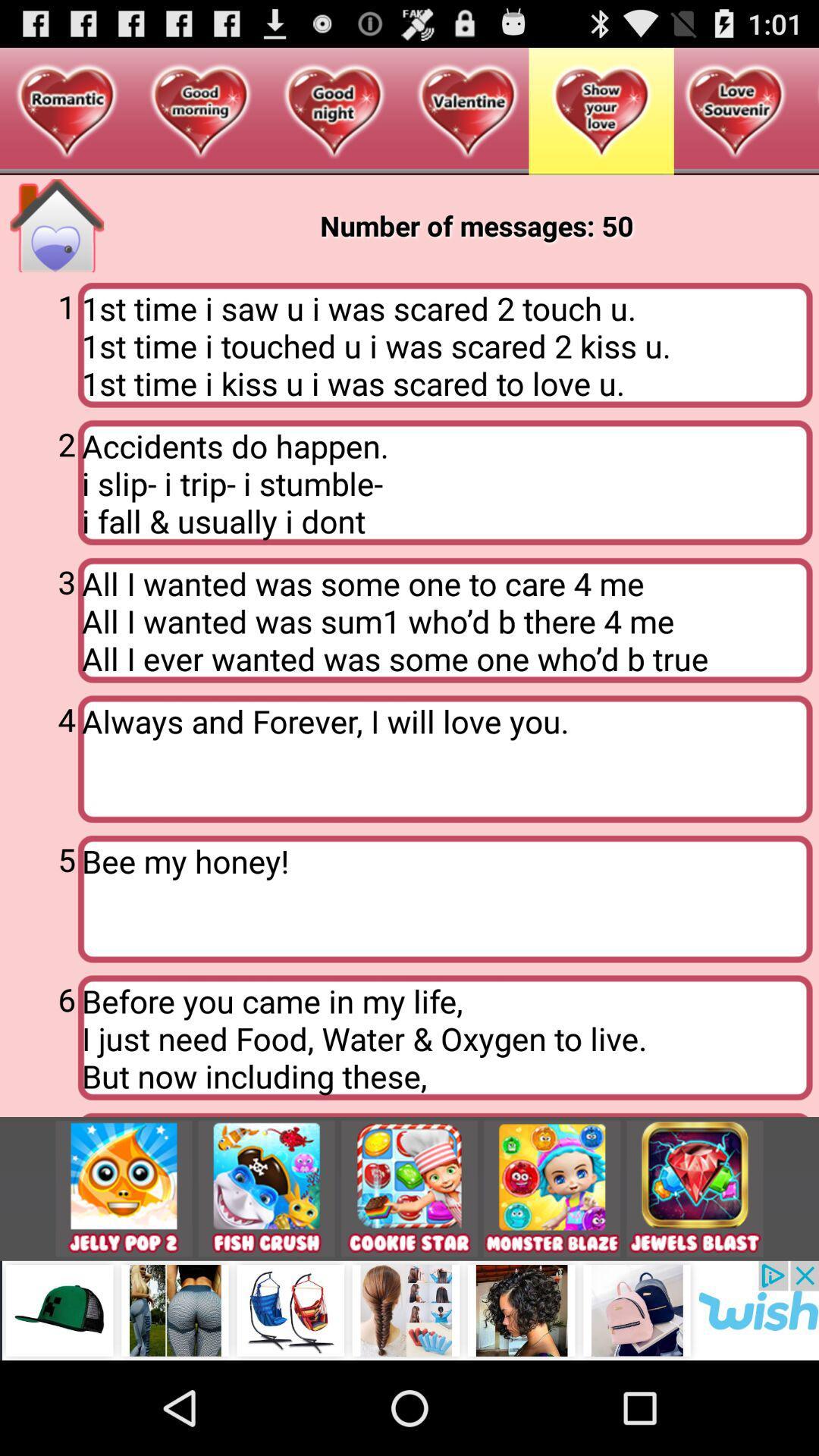 The image size is (819, 1456). I want to click on the avatar icon, so click(552, 1272).